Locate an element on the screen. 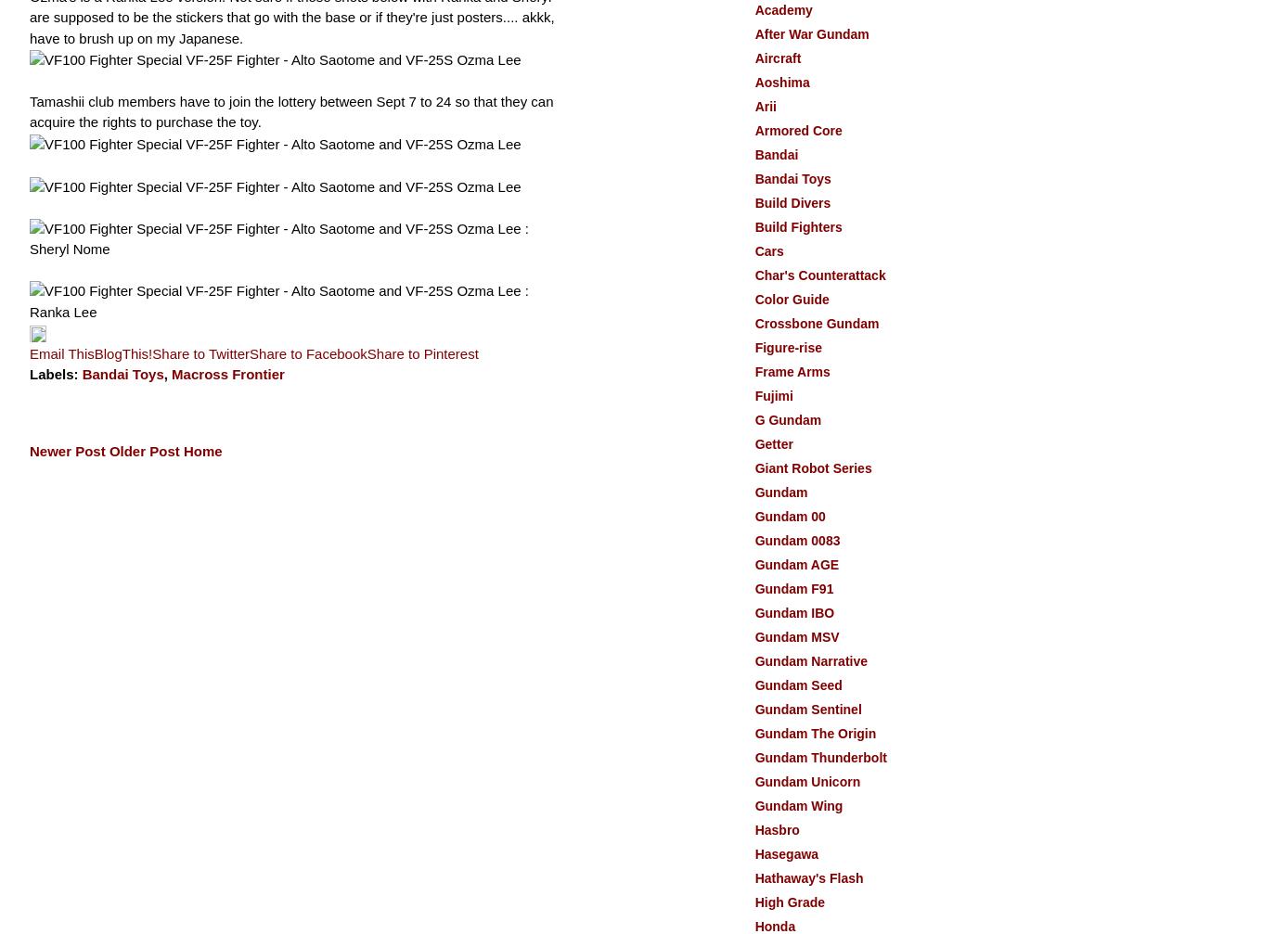  'Hasegawa' is located at coordinates (786, 853).